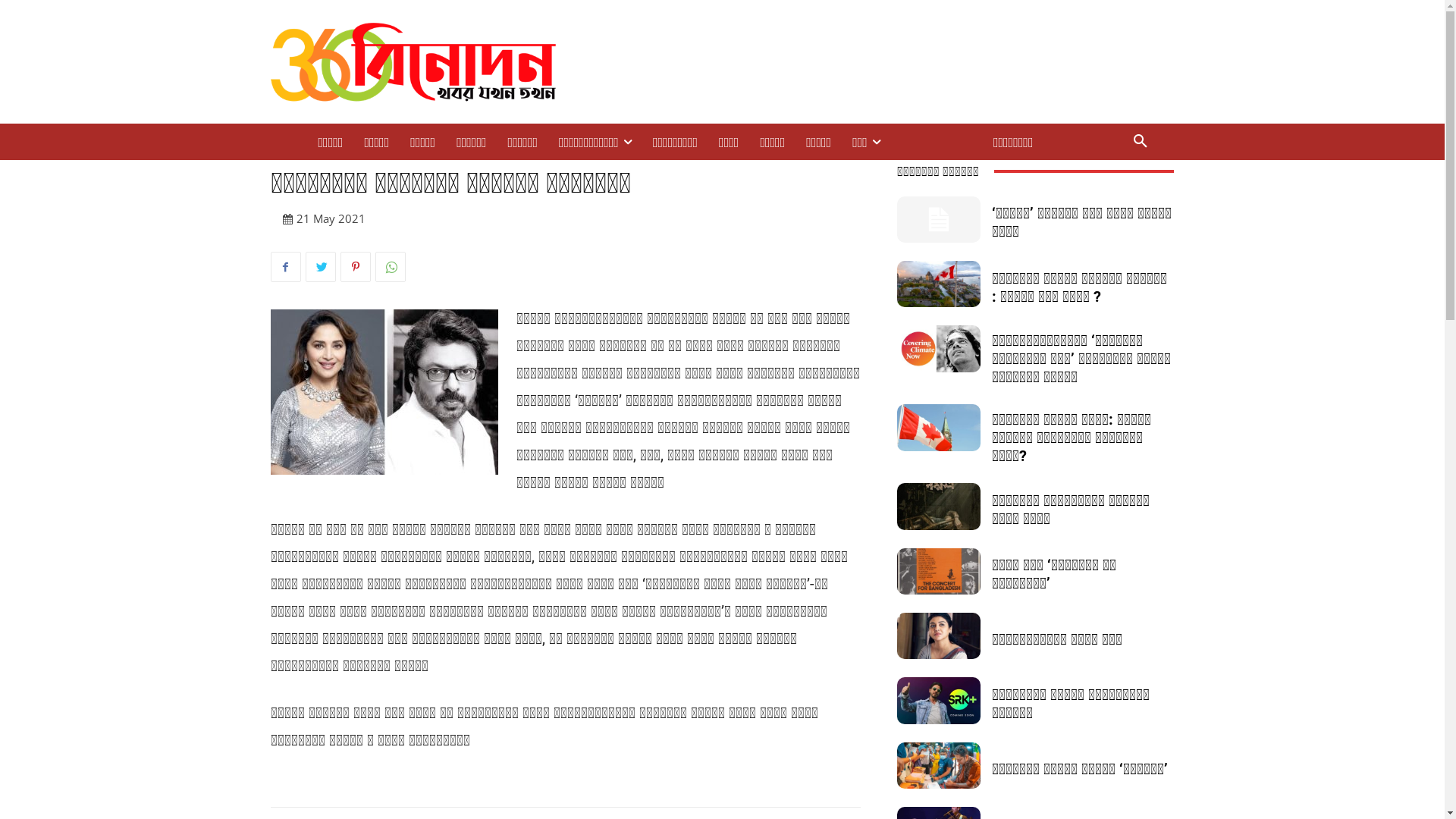 Image resolution: width=1456 pixels, height=819 pixels. Describe the element at coordinates (319, 265) in the screenshot. I see `'Twitter'` at that location.